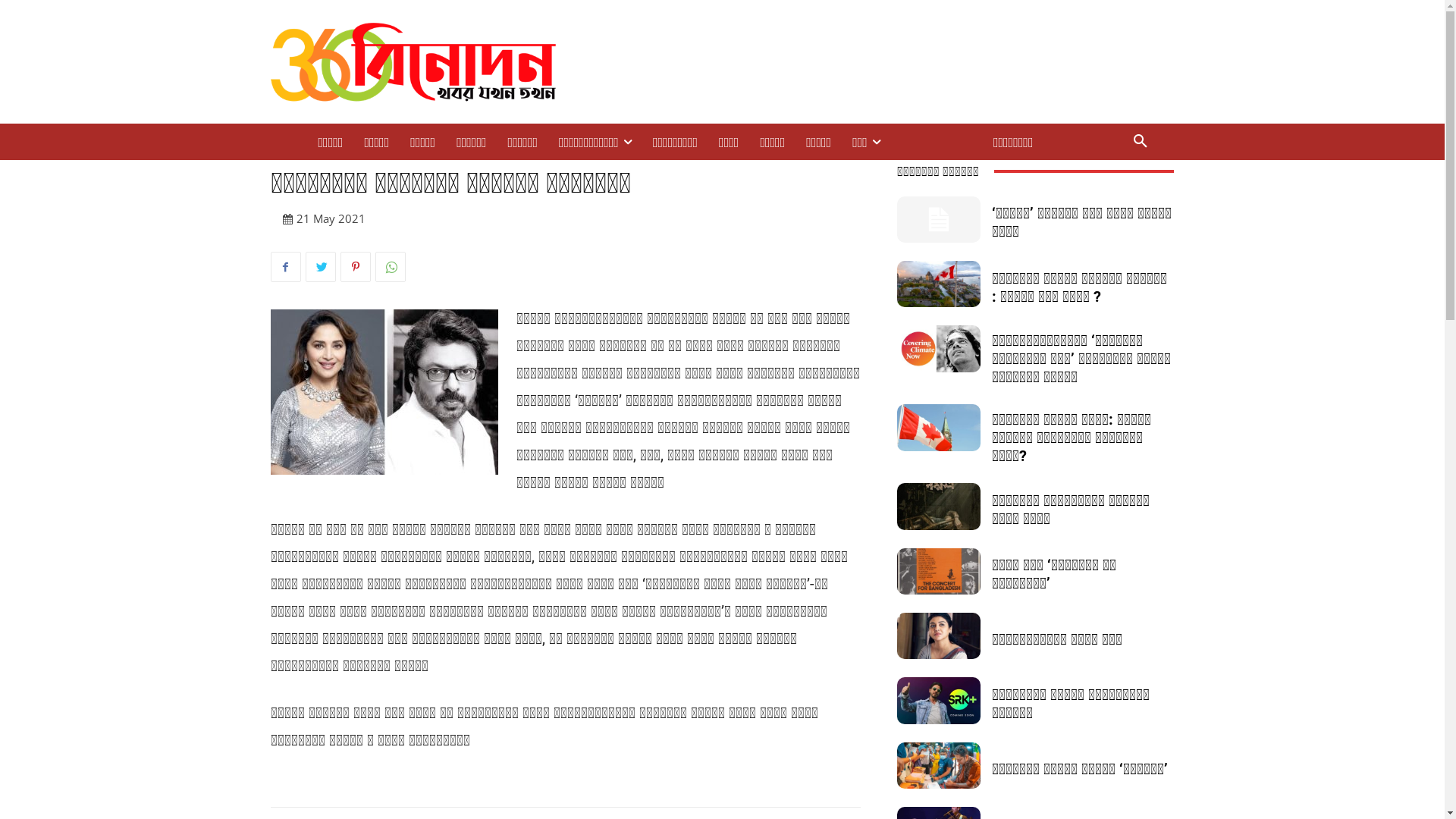 Image resolution: width=1456 pixels, height=819 pixels. Describe the element at coordinates (319, 265) in the screenshot. I see `'Twitter'` at that location.